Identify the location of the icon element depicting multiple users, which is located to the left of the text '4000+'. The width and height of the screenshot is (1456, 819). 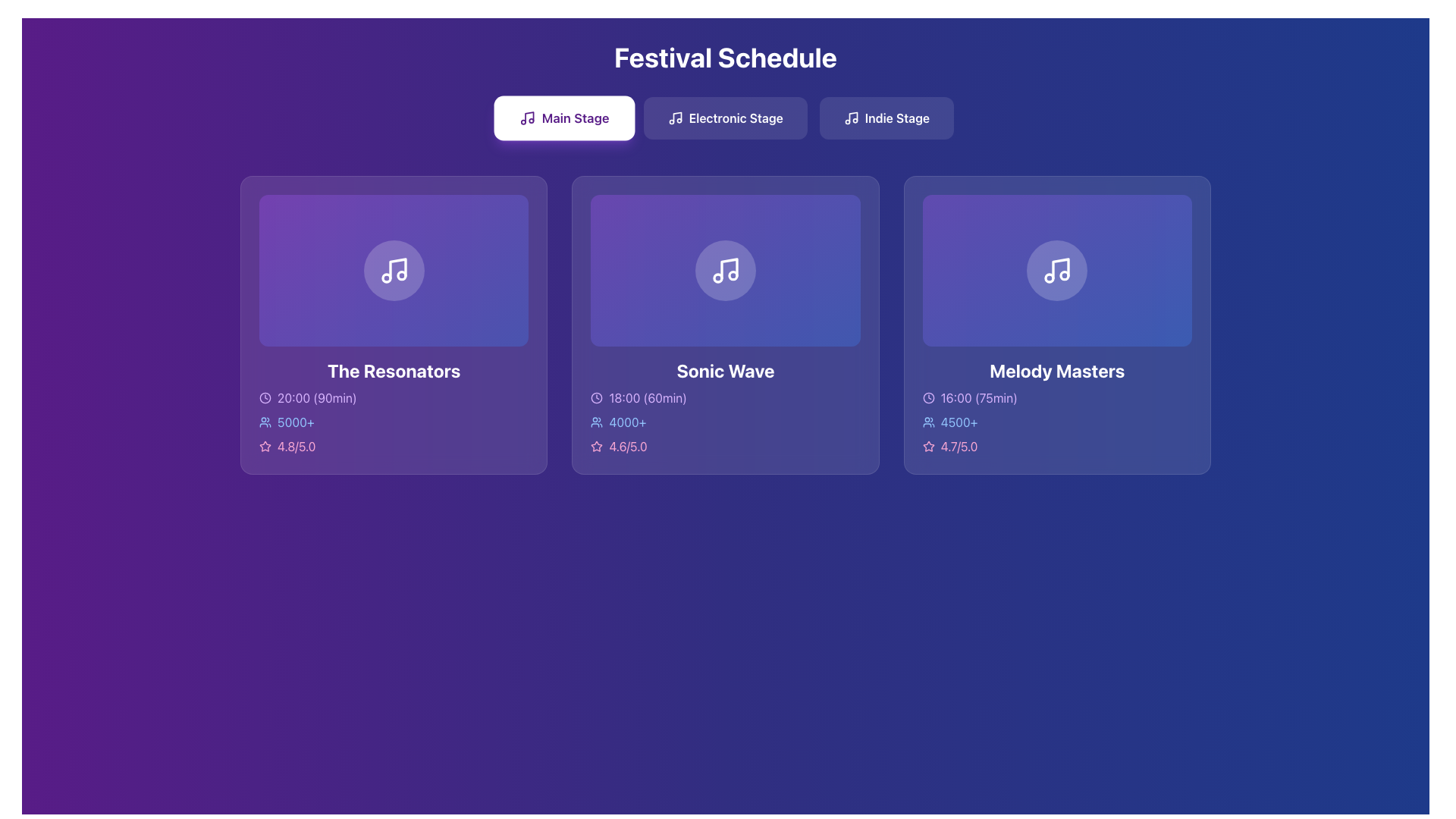
(596, 422).